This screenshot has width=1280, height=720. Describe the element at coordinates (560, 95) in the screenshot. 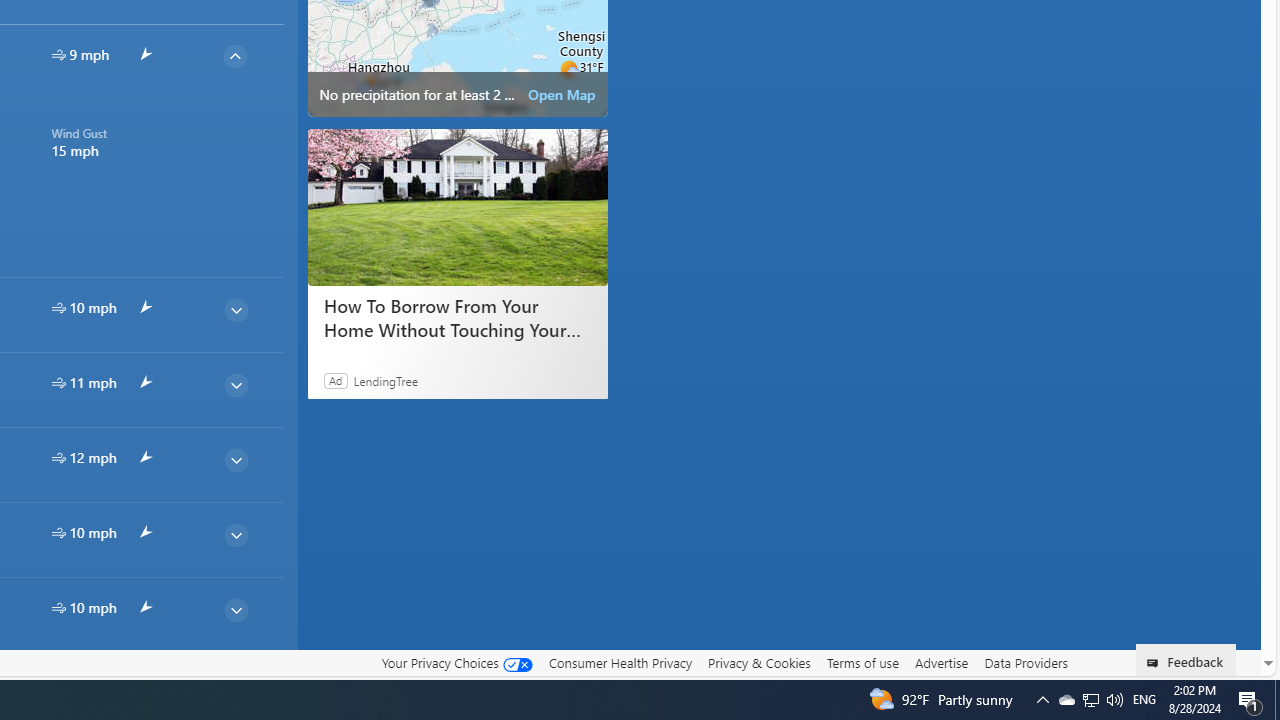

I see `'Open Map'` at that location.